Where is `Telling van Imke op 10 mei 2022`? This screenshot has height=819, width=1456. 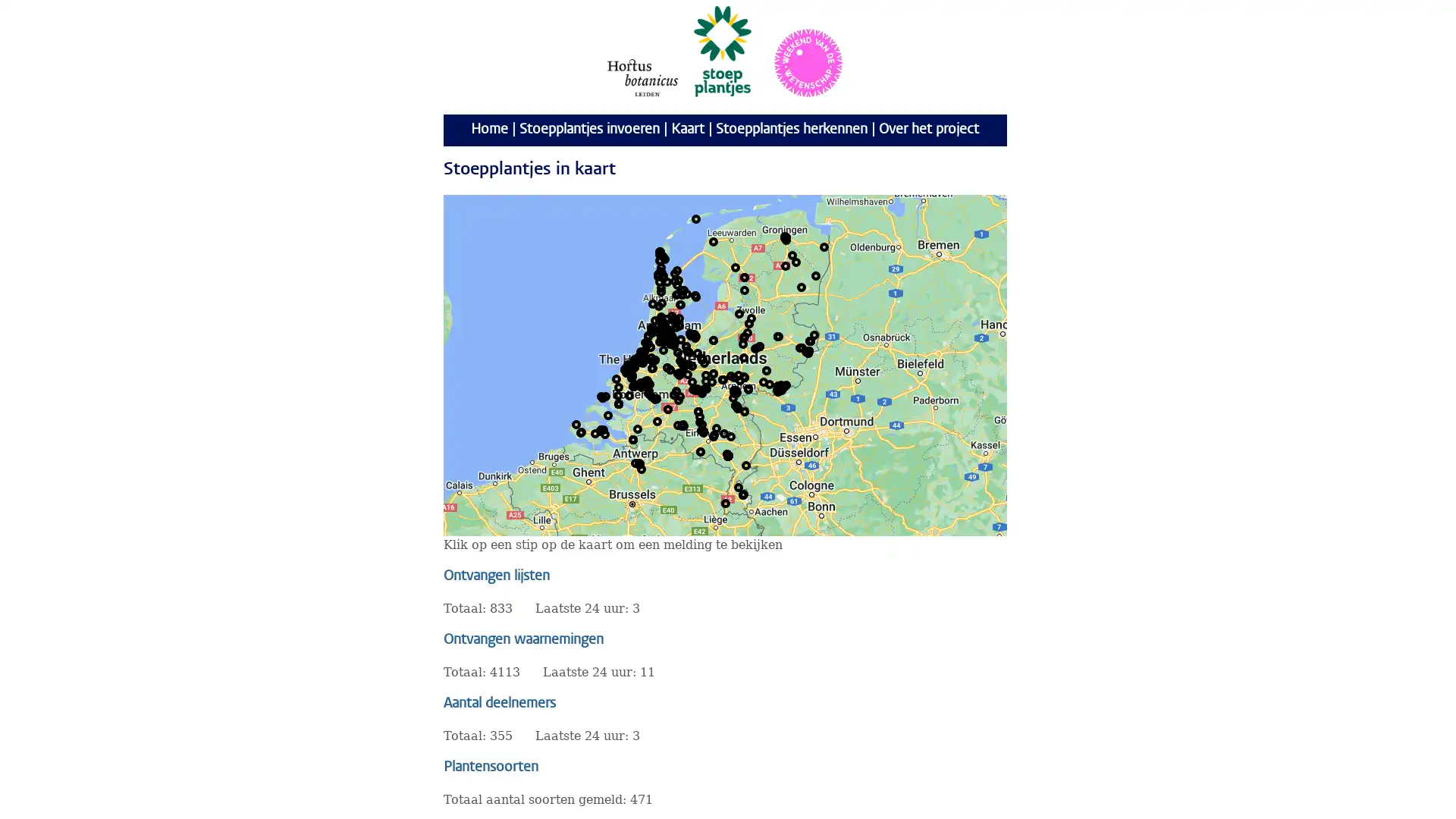
Telling van Imke op 10 mei 2022 is located at coordinates (669, 329).